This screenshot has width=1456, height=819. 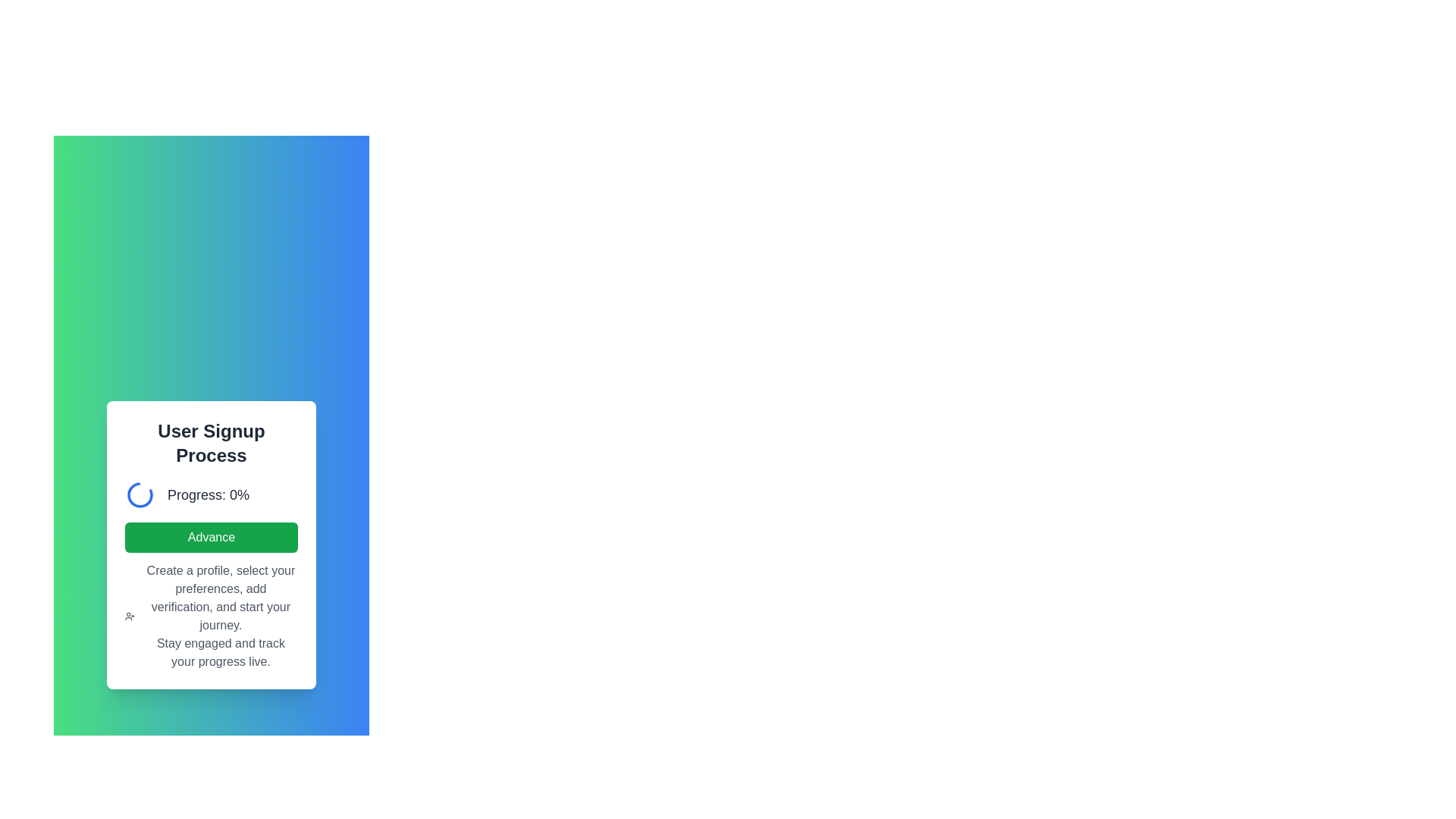 What do you see at coordinates (220, 598) in the screenshot?
I see `the text block that contains the sentence 'Create a profile, select your preferences, add verification, and start your journey.' which is positioned below the 'Advance' button and above another text block` at bounding box center [220, 598].